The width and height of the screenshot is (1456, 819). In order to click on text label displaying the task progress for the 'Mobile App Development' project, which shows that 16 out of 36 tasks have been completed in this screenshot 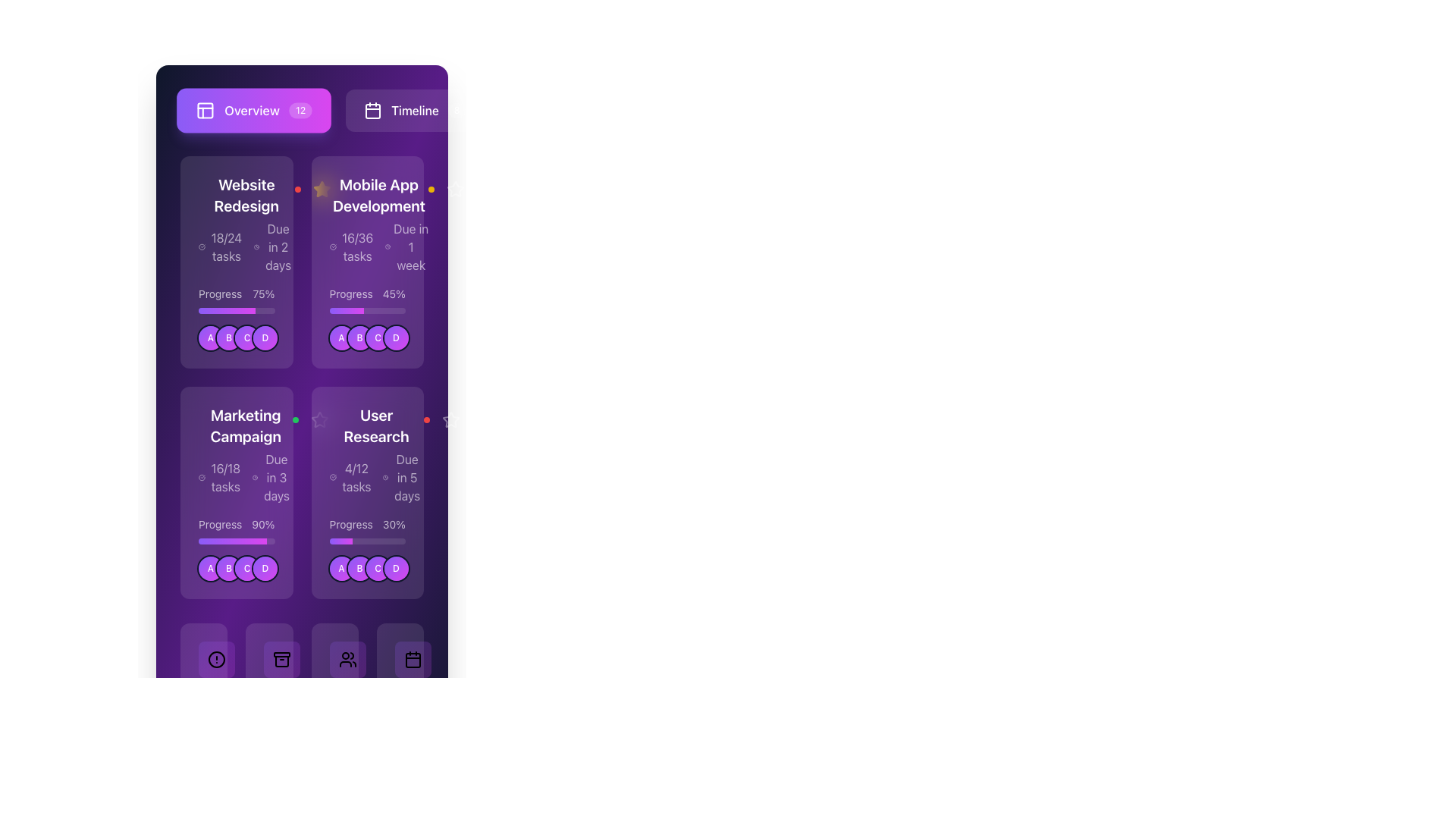, I will do `click(356, 246)`.